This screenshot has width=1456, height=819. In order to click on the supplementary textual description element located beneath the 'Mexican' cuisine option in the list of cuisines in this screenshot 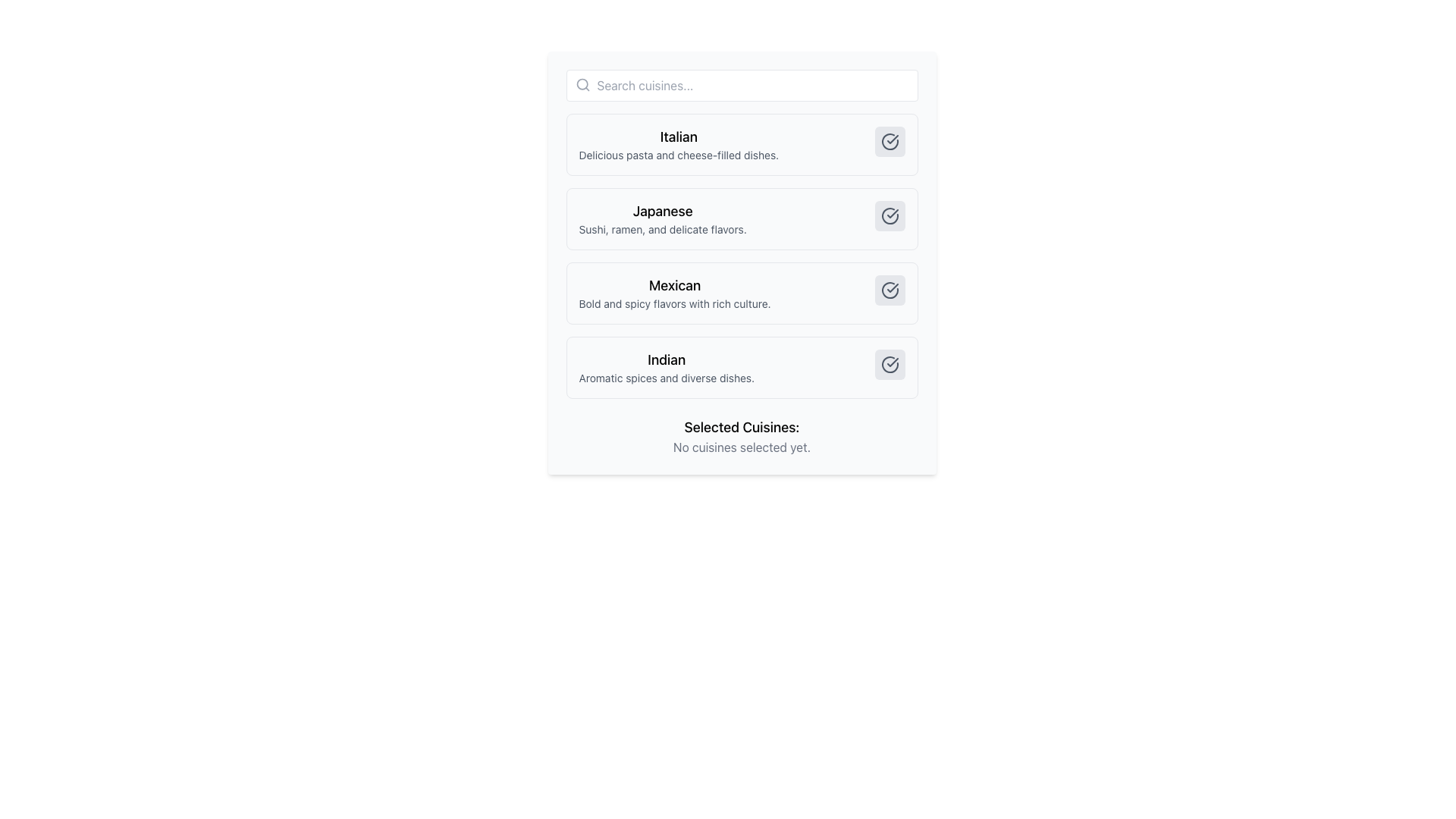, I will do `click(674, 304)`.